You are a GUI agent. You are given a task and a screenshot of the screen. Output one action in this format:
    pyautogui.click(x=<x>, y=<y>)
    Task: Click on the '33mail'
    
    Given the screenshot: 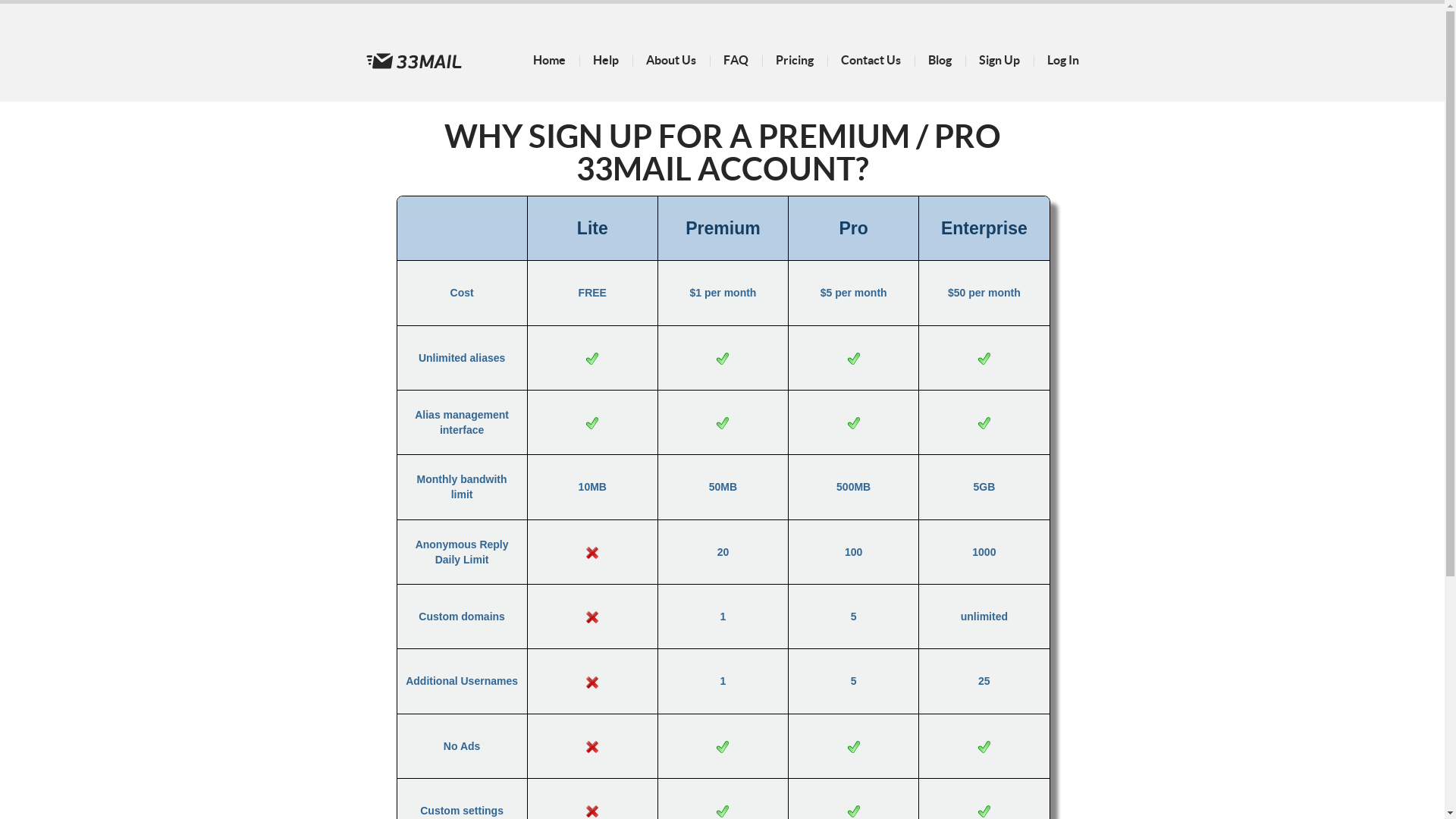 What is the action you would take?
    pyautogui.click(x=413, y=60)
    